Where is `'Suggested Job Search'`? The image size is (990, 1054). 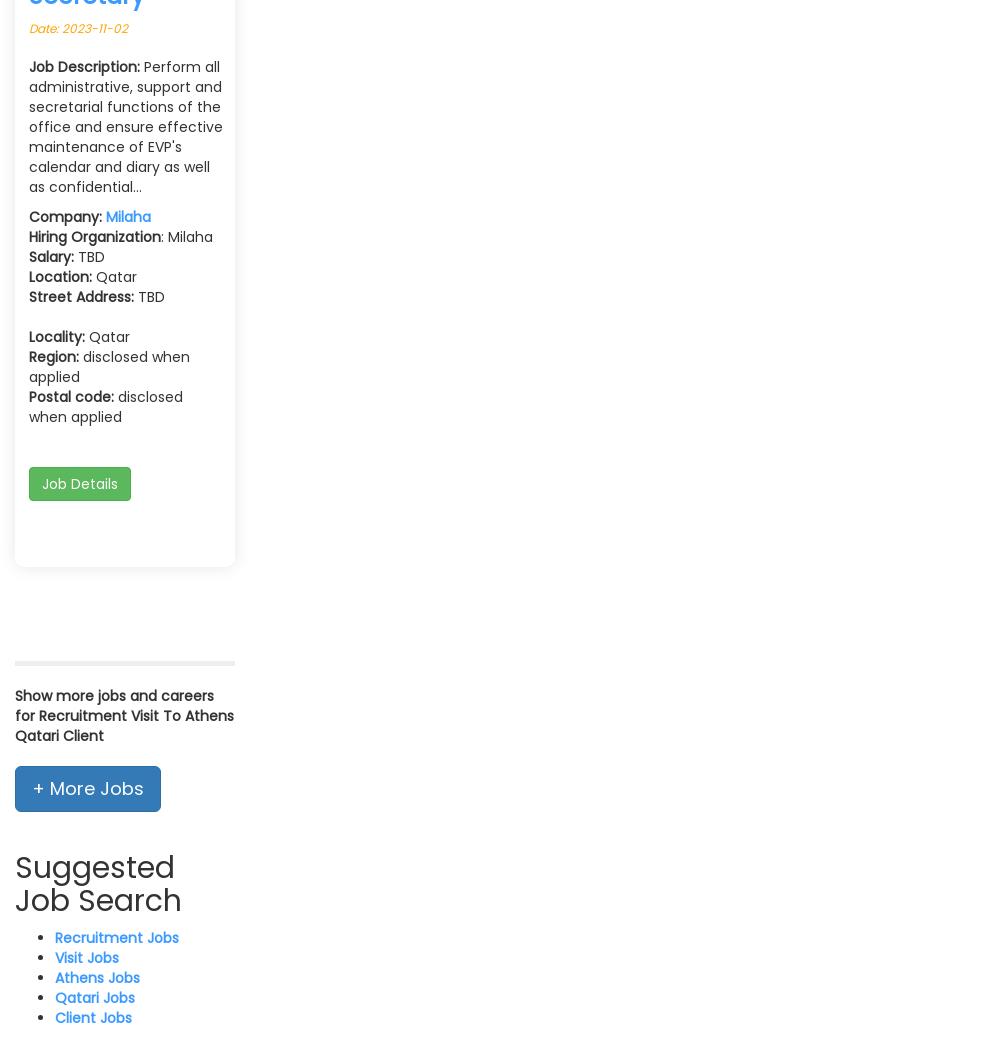 'Suggested Job Search' is located at coordinates (14, 883).